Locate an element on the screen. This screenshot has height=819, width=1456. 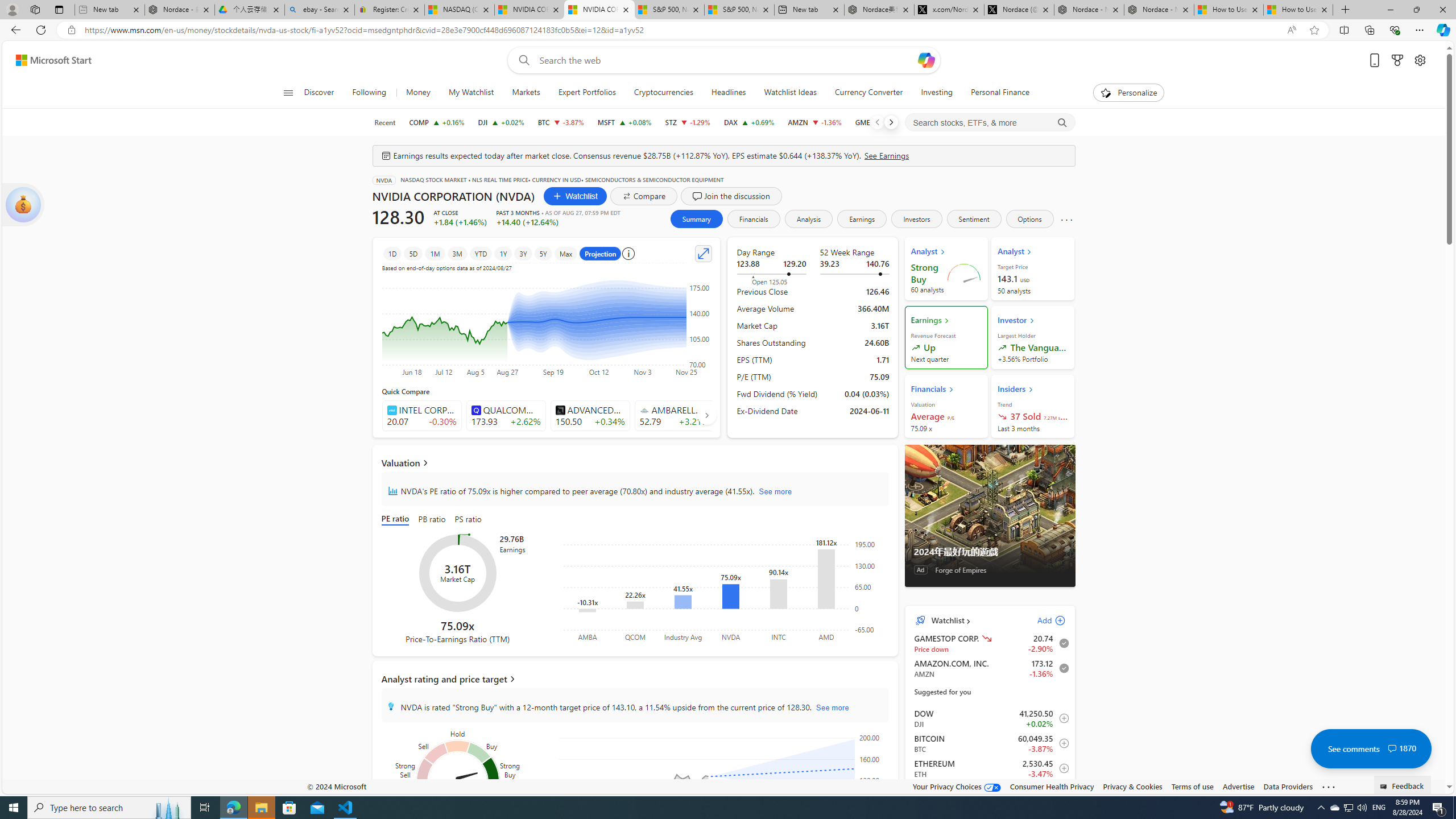
'AutomationID: finance_carousel_navi_arrow' is located at coordinates (706, 414).